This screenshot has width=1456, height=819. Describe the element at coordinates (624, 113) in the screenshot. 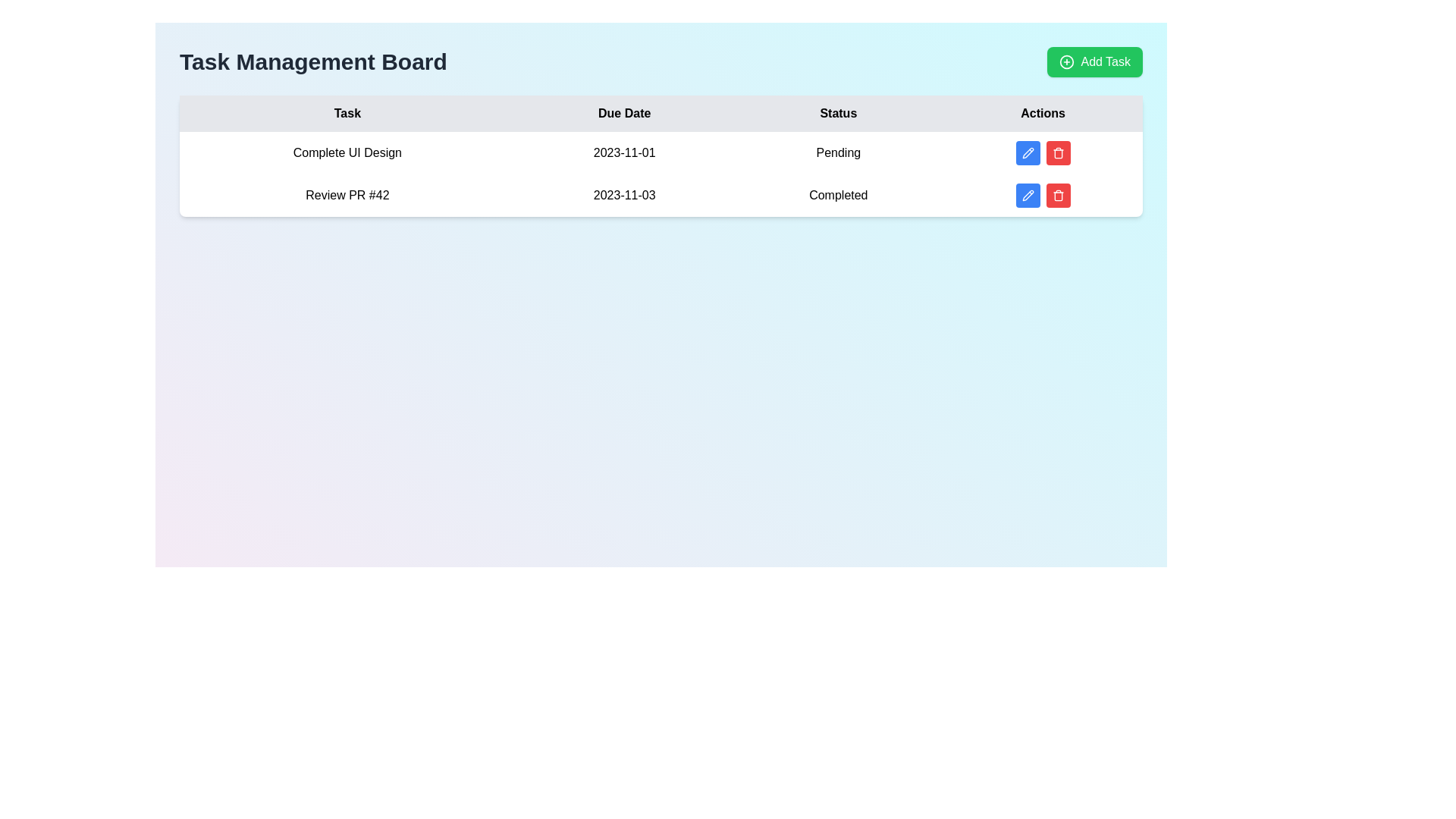

I see `the 'Due Date' table header, which is the second column header in a four-column table` at that location.